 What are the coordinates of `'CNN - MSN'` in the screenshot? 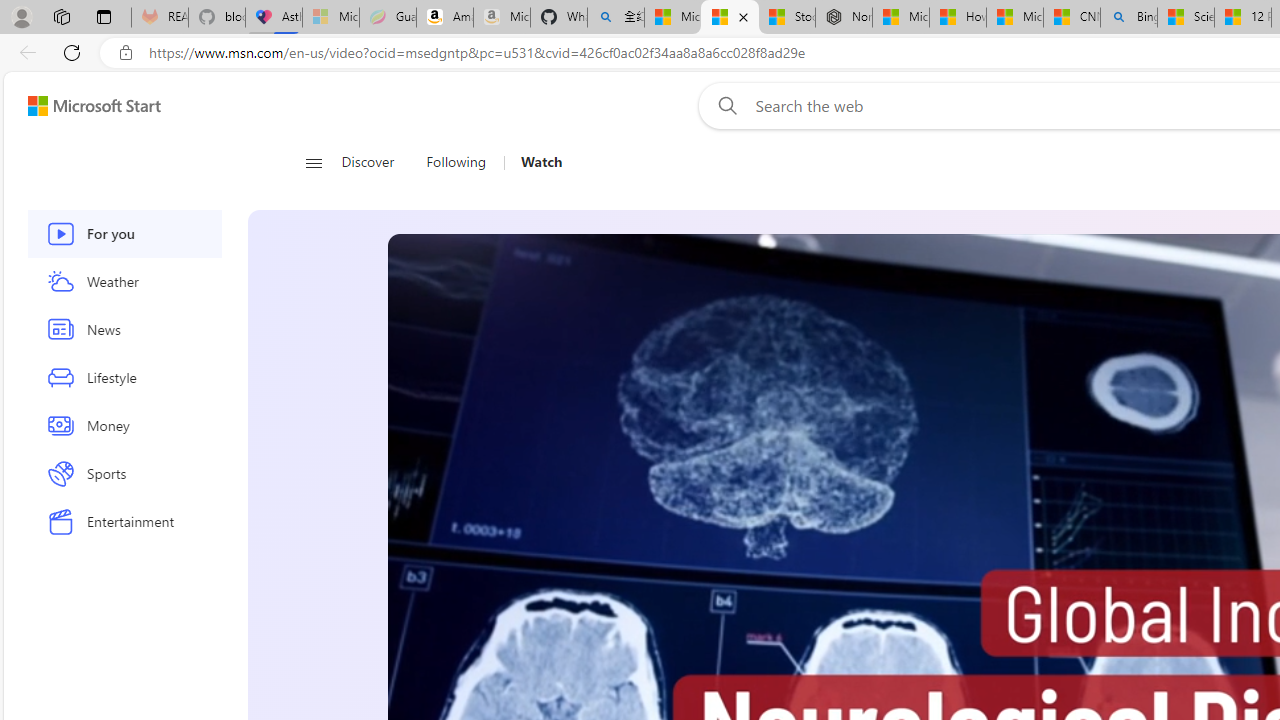 It's located at (1071, 17).